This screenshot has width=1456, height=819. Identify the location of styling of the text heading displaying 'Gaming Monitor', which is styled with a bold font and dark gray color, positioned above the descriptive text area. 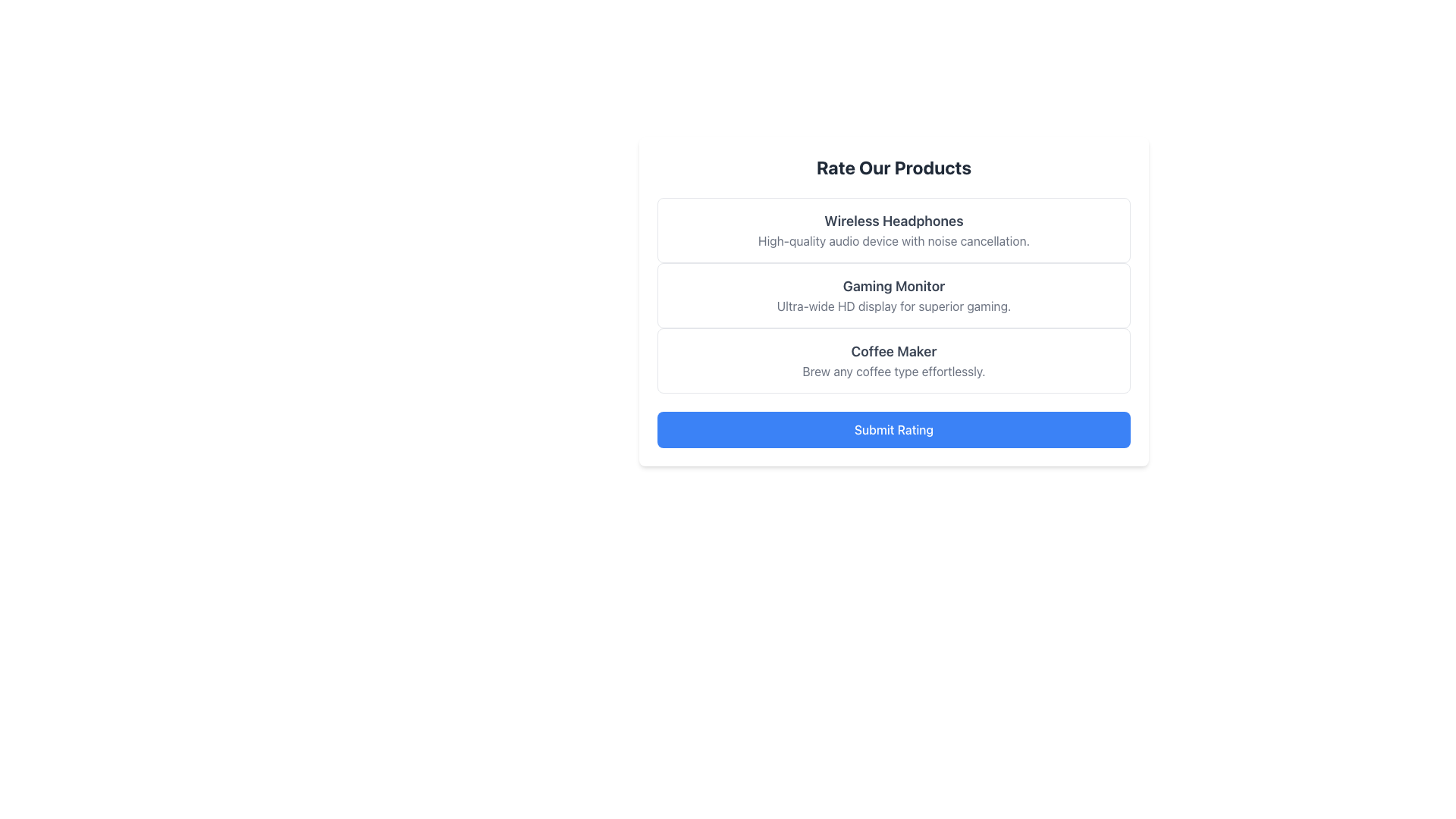
(894, 287).